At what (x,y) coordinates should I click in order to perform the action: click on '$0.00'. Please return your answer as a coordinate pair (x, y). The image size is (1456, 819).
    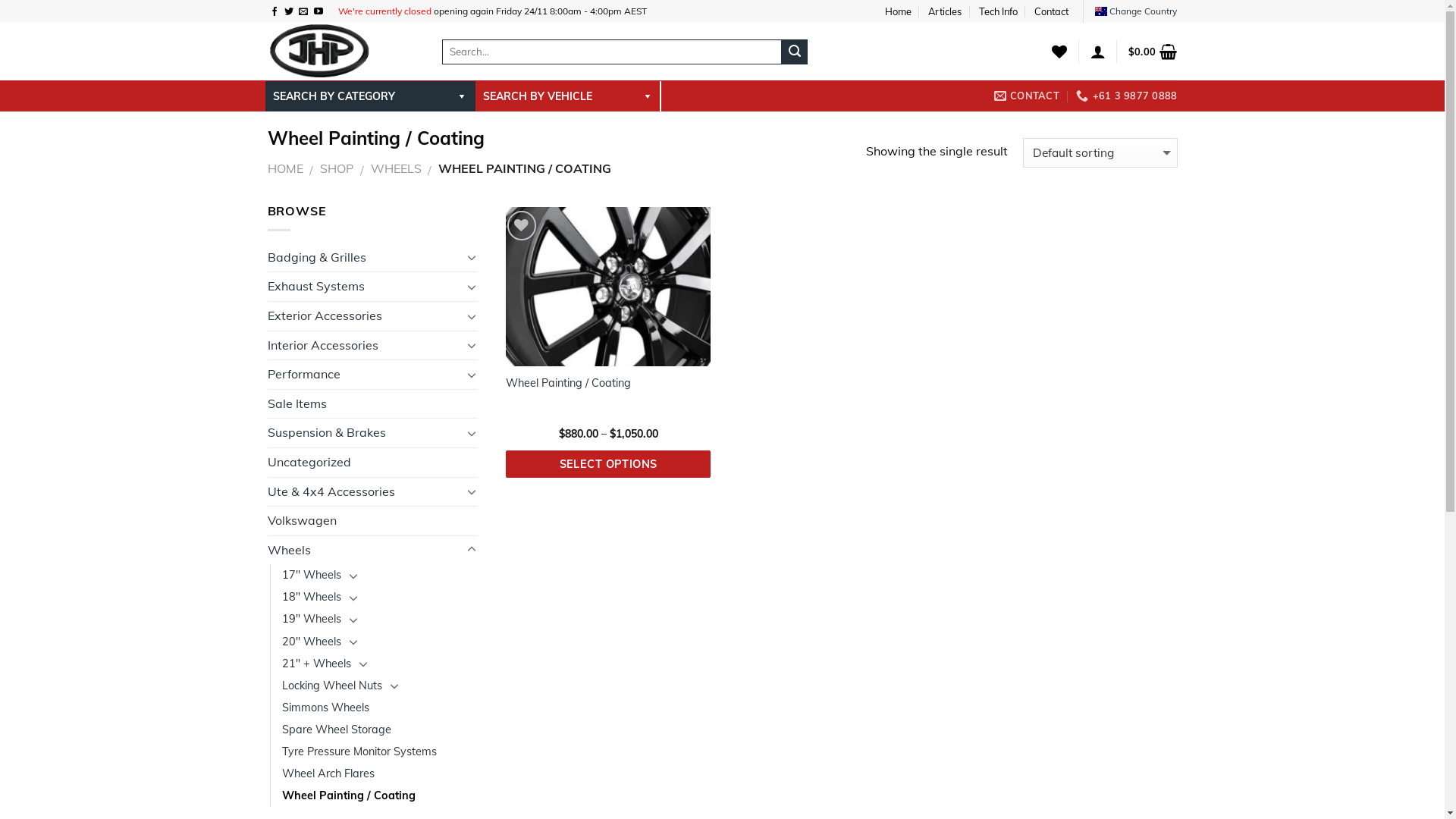
    Looking at the image, I should click on (1153, 51).